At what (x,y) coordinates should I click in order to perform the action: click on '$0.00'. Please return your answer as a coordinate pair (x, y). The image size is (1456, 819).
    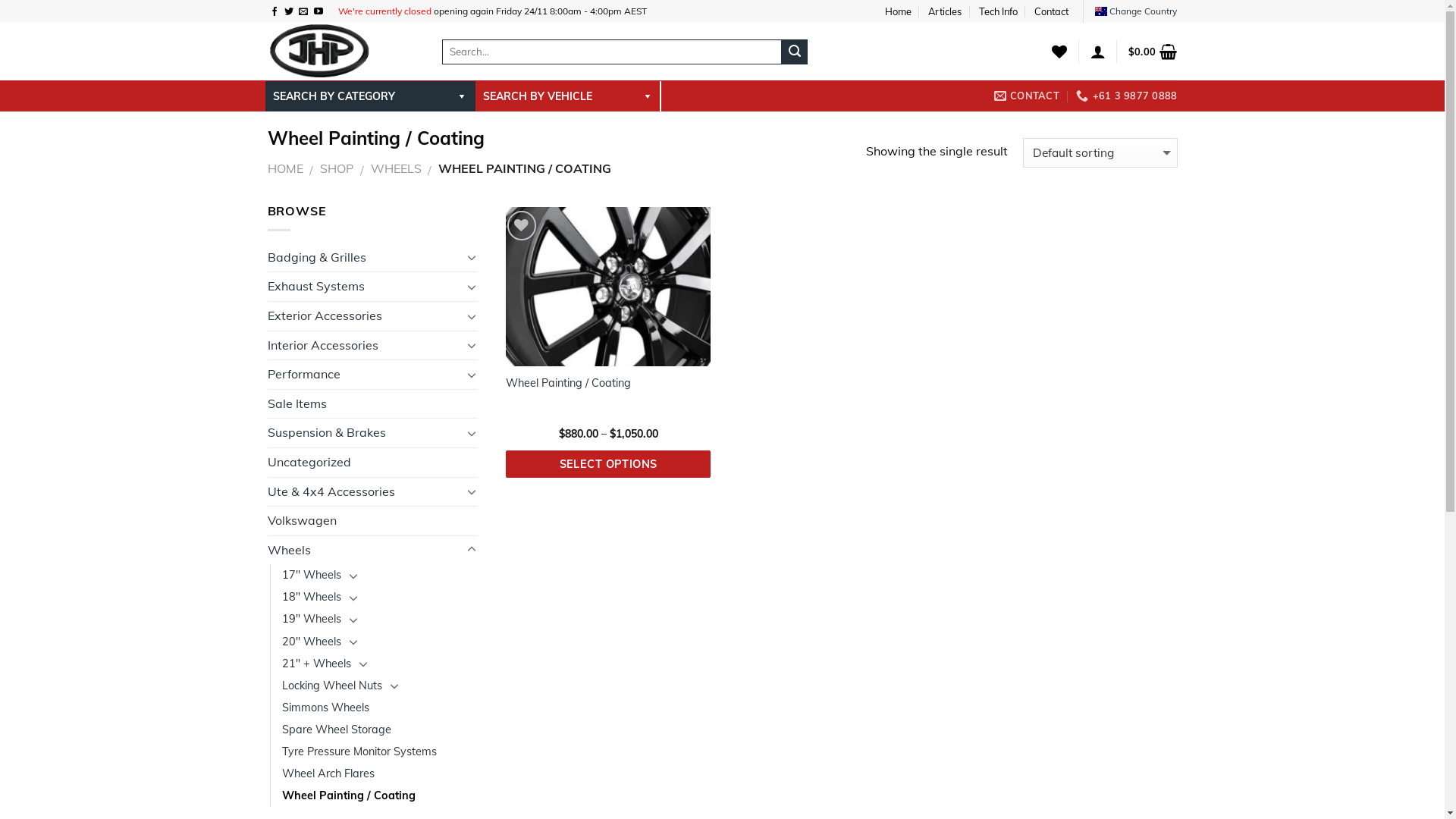
    Looking at the image, I should click on (1153, 51).